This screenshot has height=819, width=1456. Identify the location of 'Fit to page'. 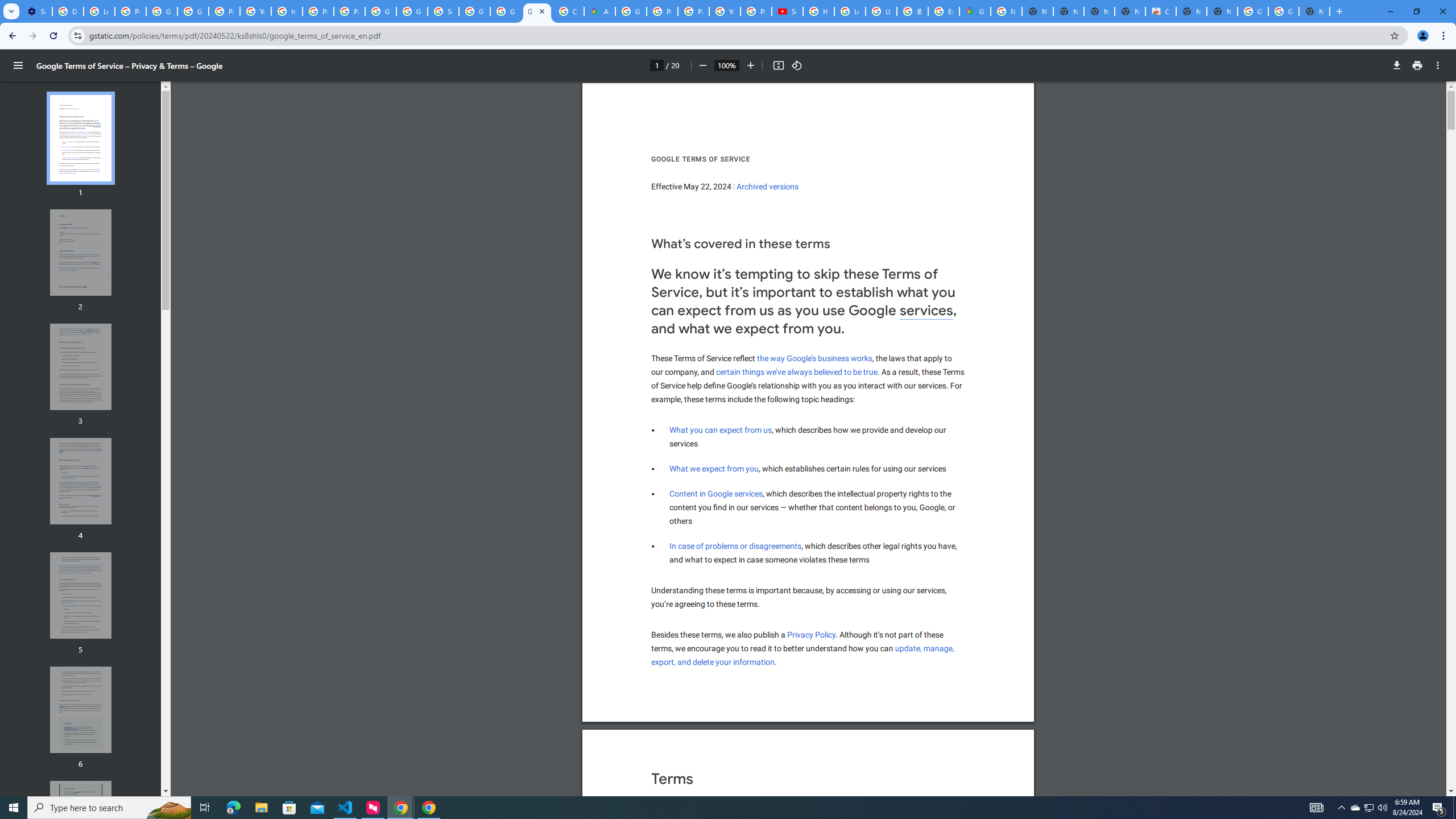
(777, 65).